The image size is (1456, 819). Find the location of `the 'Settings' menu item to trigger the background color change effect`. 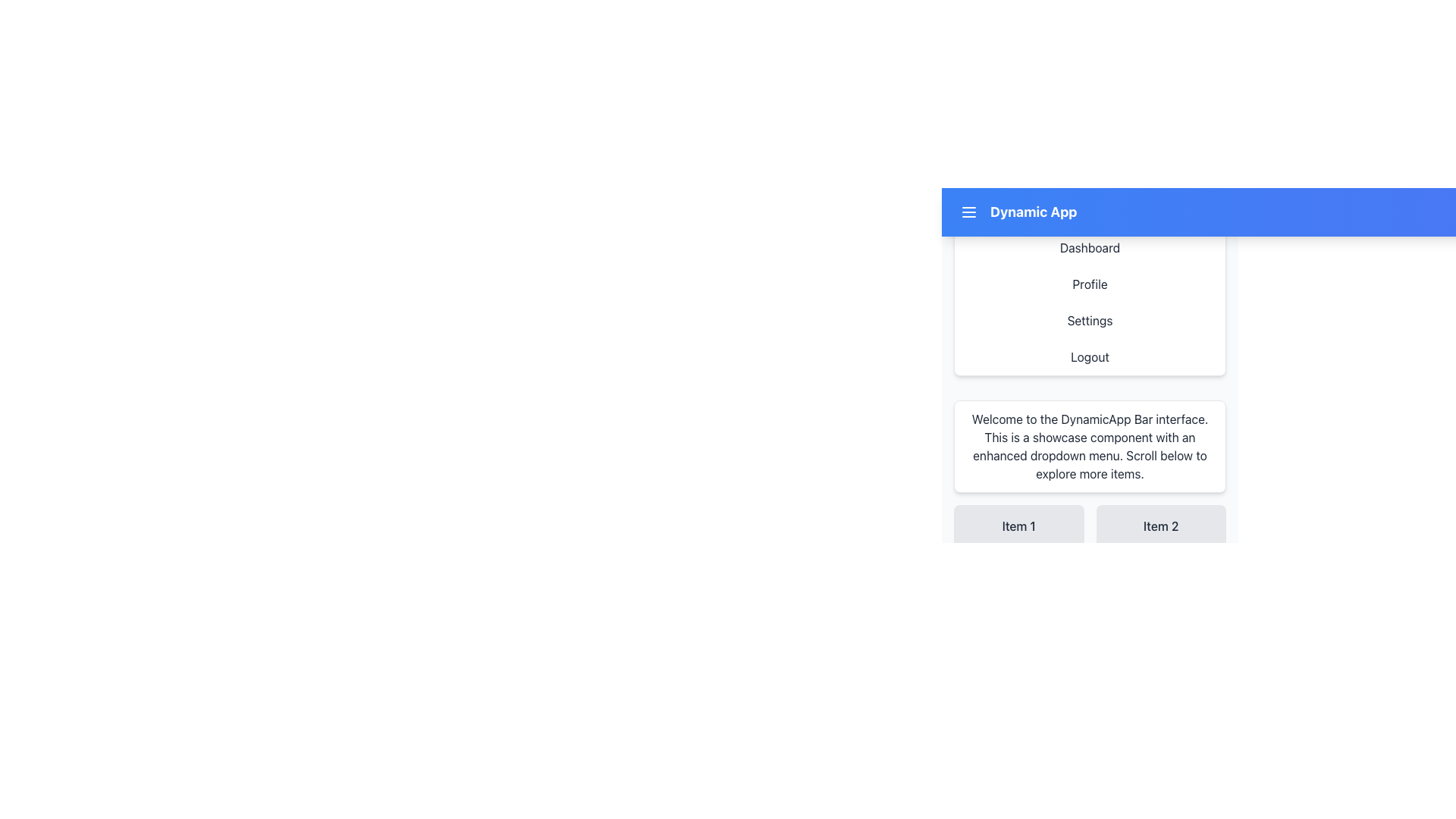

the 'Settings' menu item to trigger the background color change effect is located at coordinates (1089, 320).